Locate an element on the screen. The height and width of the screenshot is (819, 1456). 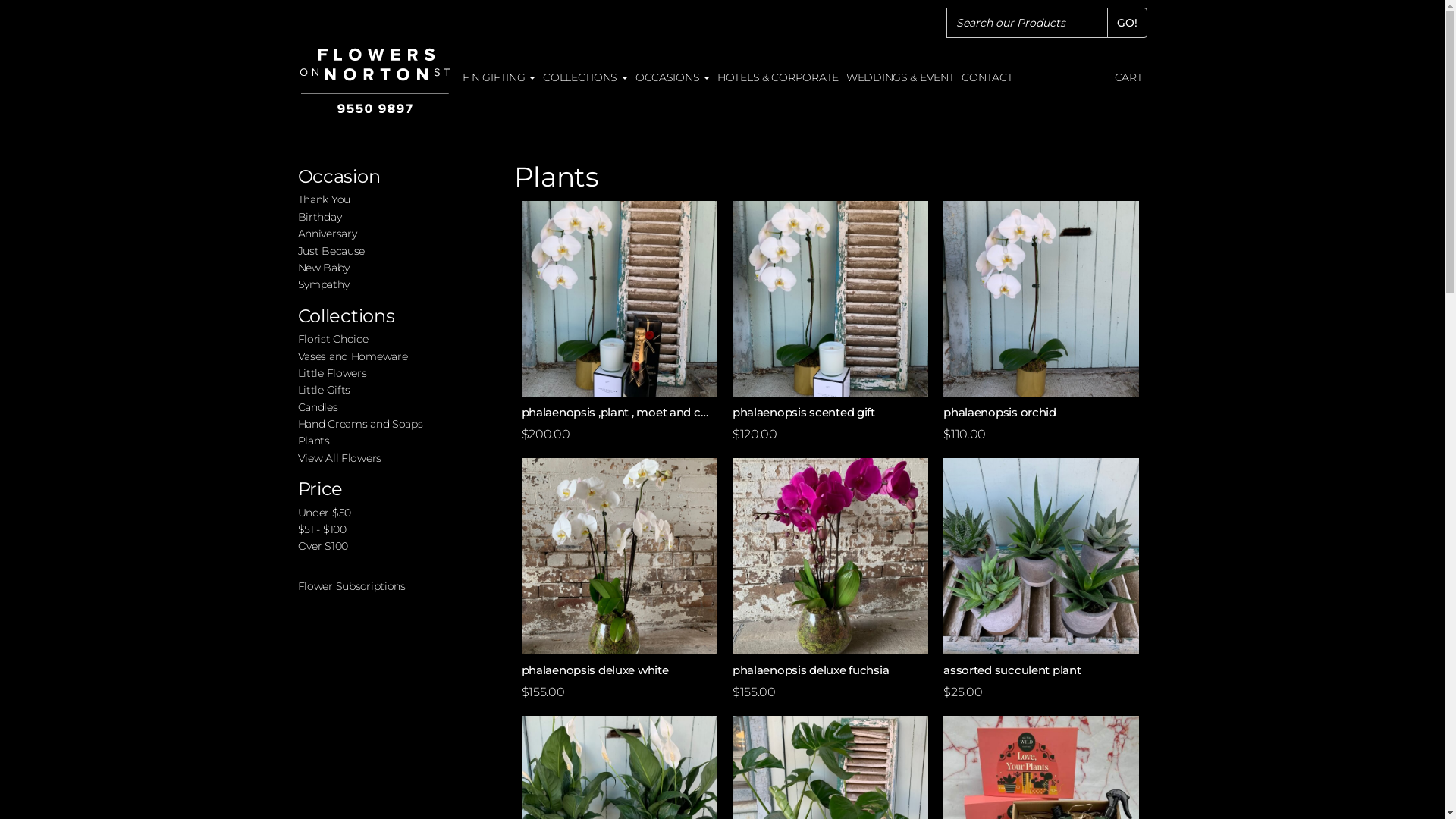
'Phalaenopsis Deluxe White' is located at coordinates (619, 555).